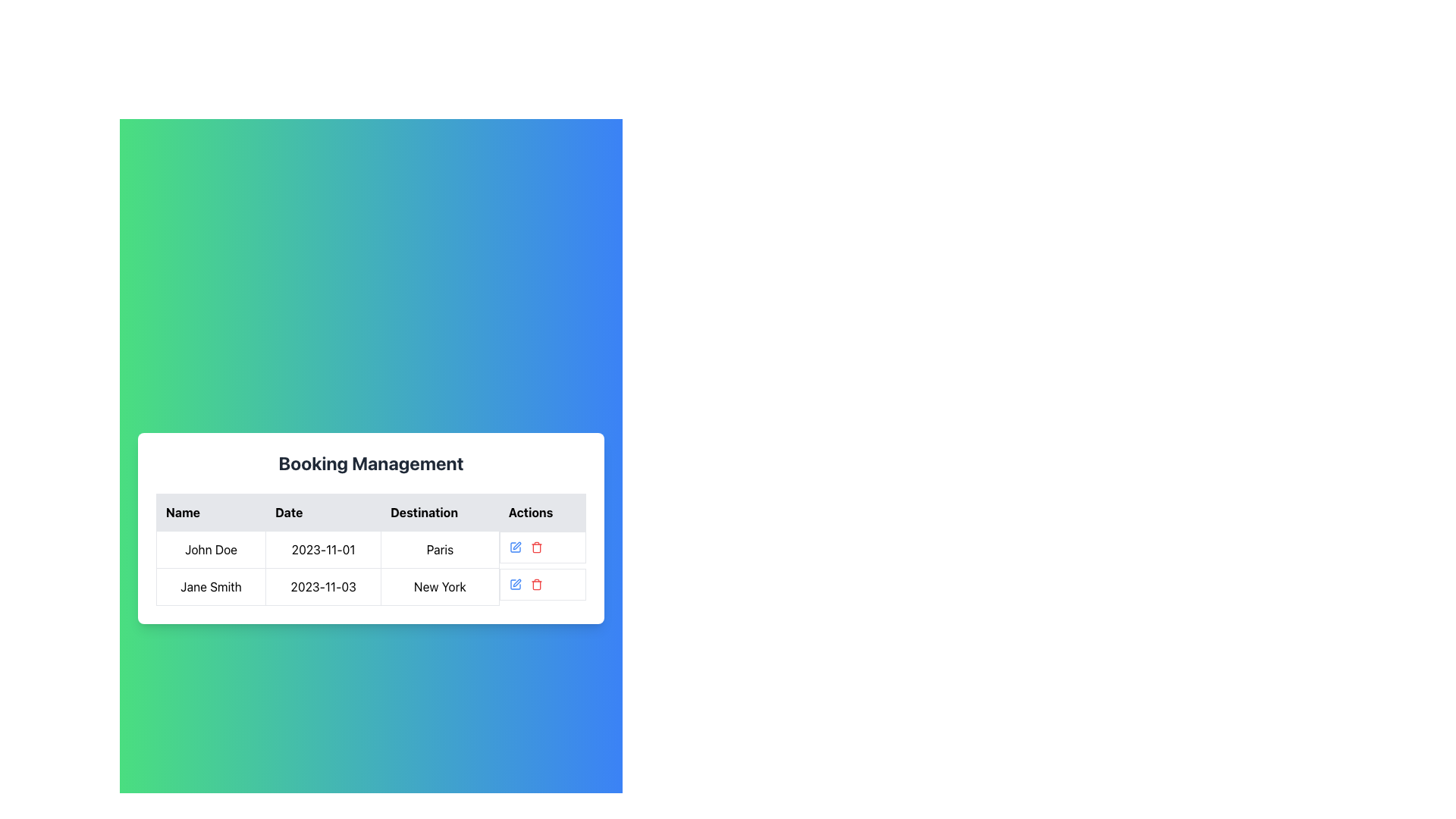 The height and width of the screenshot is (819, 1456). What do you see at coordinates (439, 512) in the screenshot?
I see `the 'Destination' column header in the data table, which is the third column header located between the 'Date' and 'Actions' headers` at bounding box center [439, 512].